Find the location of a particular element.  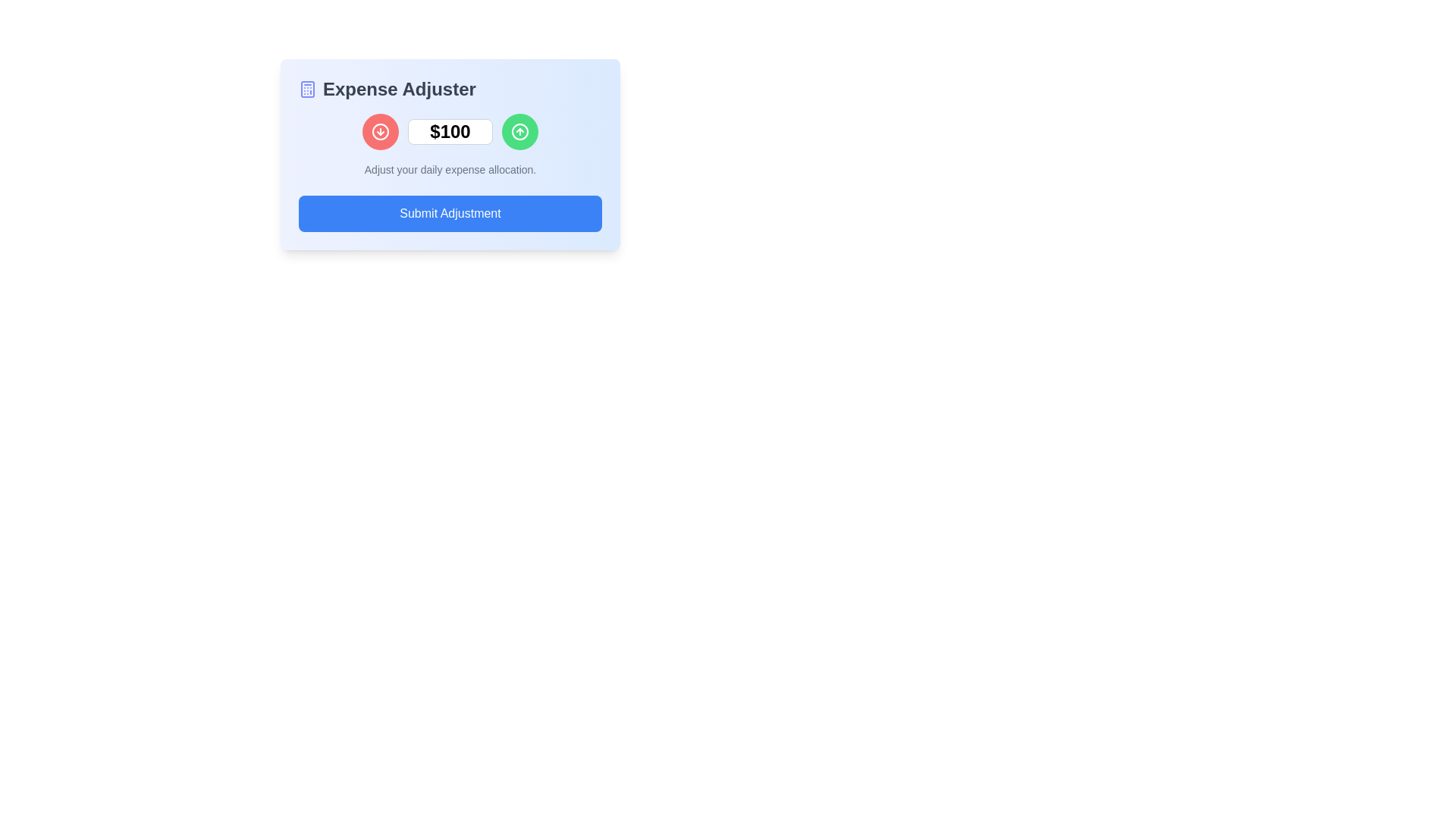

the rounded green button with a white circular border and an up-arrow icon at its center, located to the right of the text input field displaying '$100' in the 'Expense Adjuster' card, to increase the value is located at coordinates (520, 130).